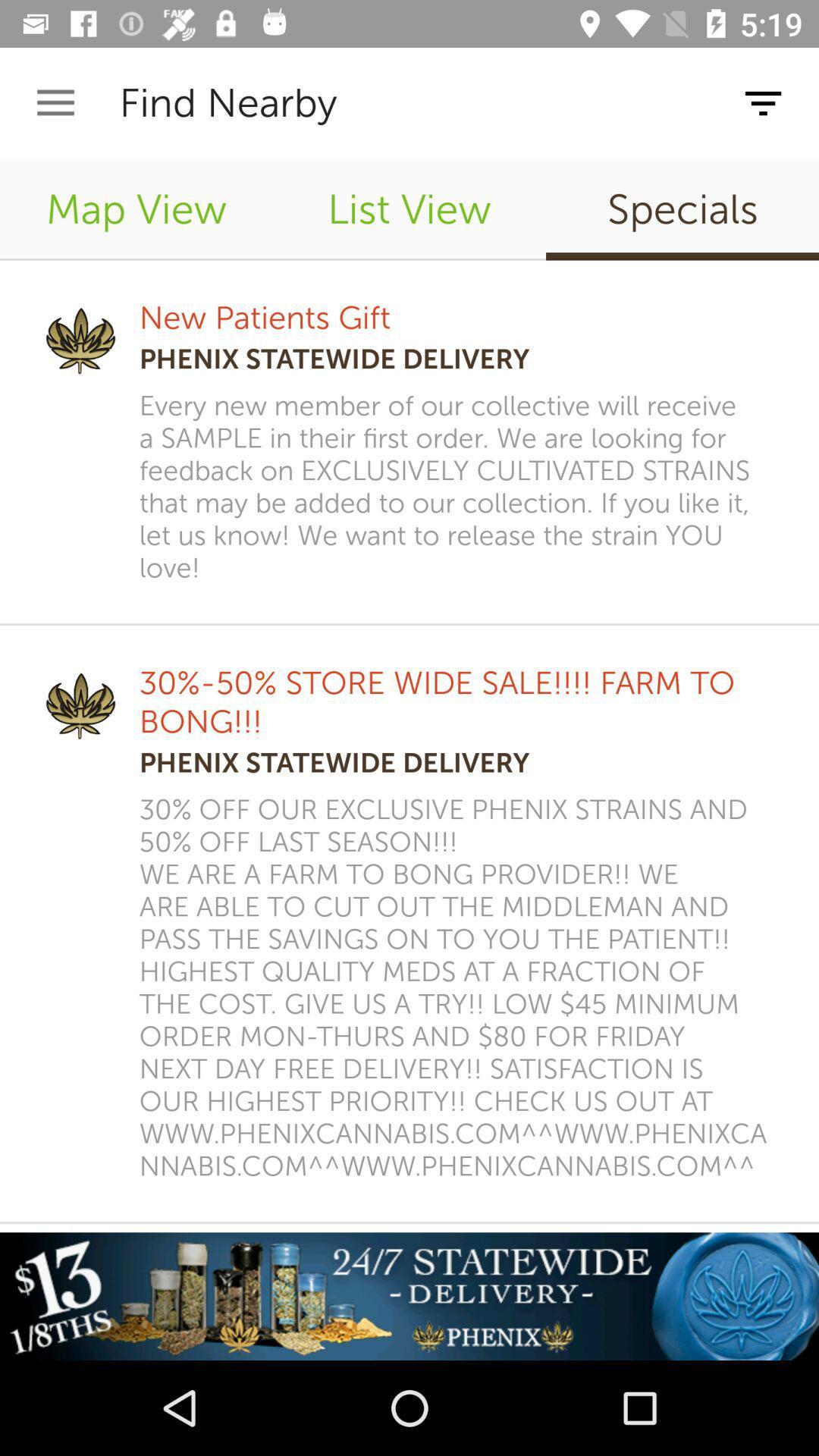  I want to click on icon above phenix statewide delivery item, so click(264, 317).